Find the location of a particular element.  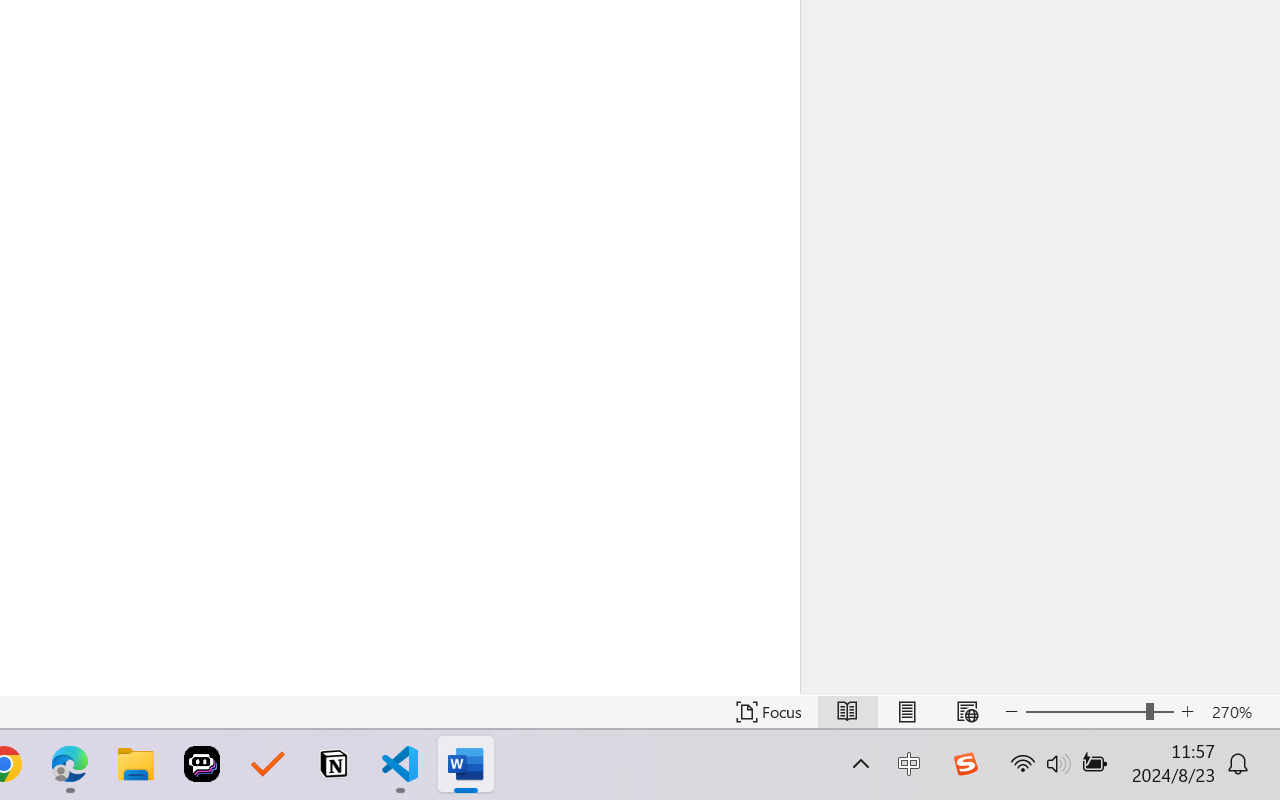

'Text Size' is located at coordinates (1099, 711).